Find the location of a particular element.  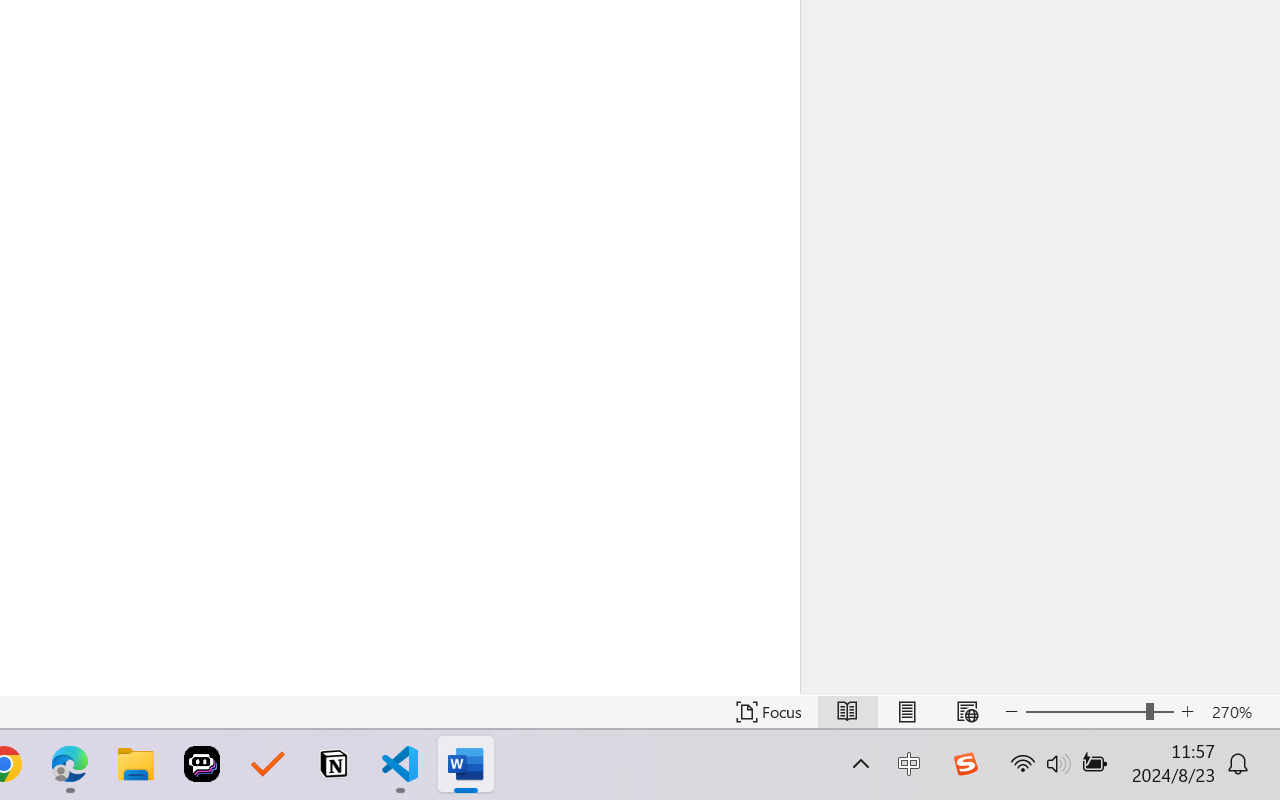

'Text Size' is located at coordinates (1099, 711).